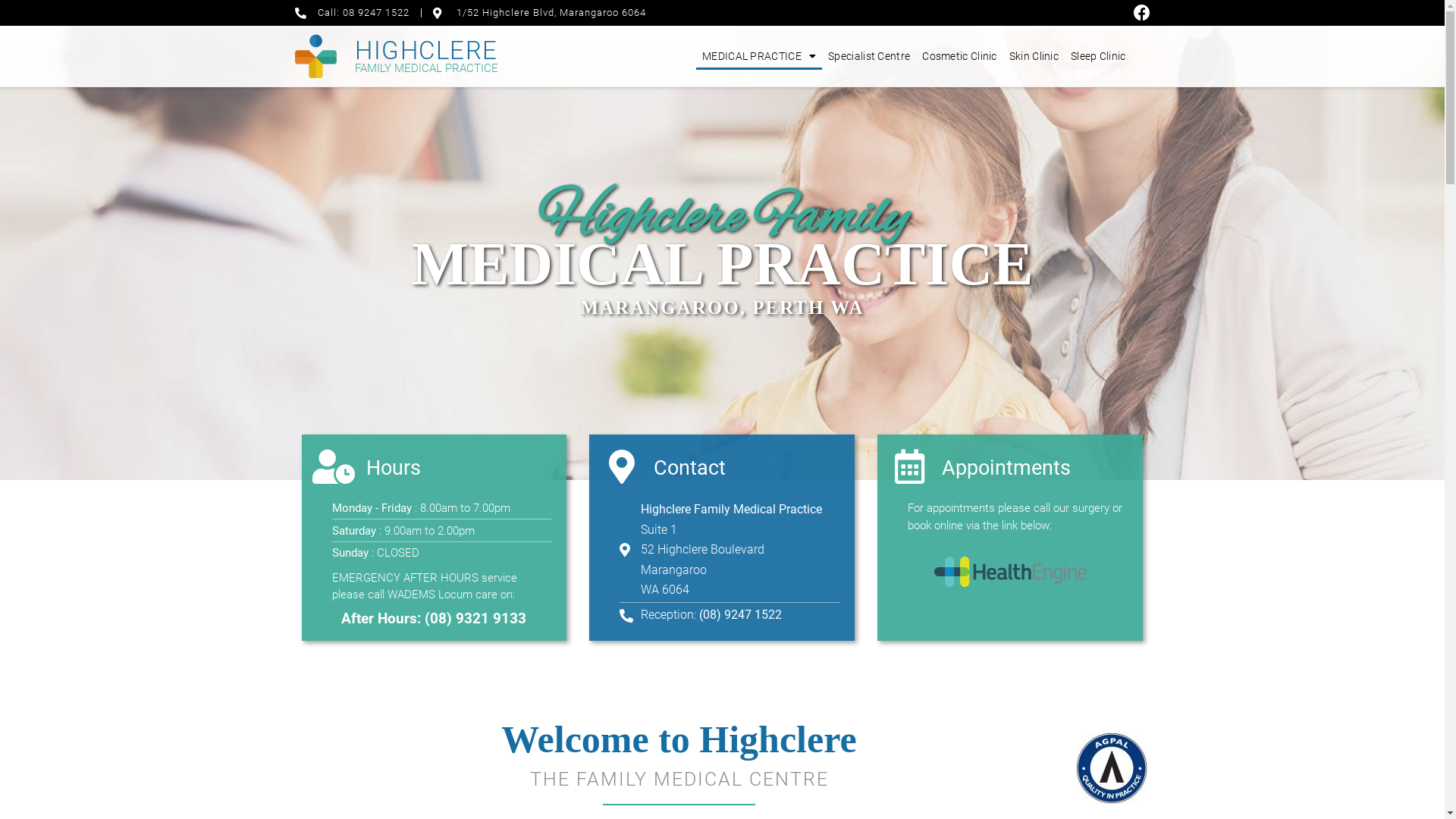  I want to click on 'Specialist Centre', so click(869, 55).